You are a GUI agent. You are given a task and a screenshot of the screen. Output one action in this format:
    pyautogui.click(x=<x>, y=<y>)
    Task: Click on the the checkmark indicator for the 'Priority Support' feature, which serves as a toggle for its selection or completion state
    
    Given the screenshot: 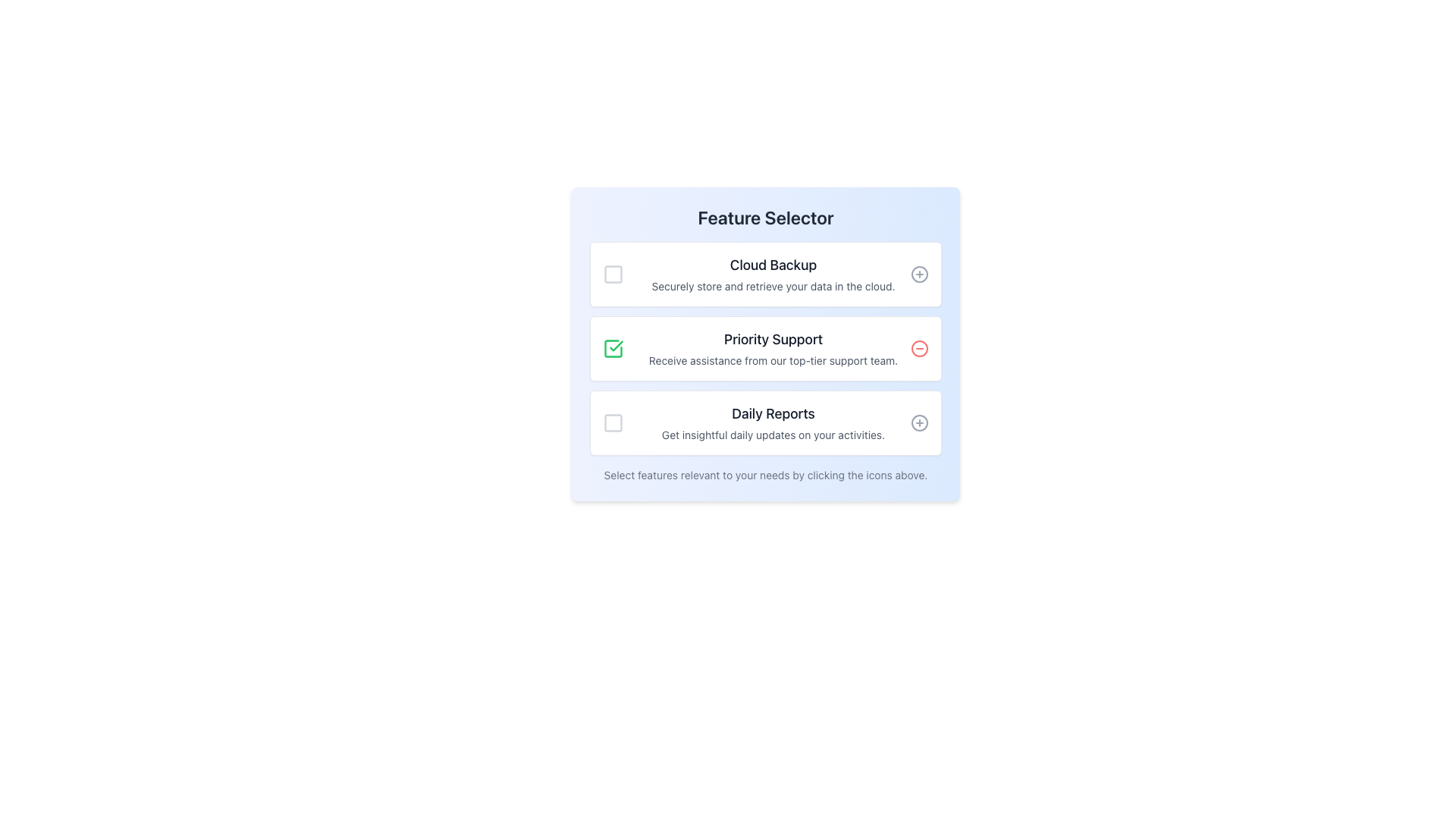 What is the action you would take?
    pyautogui.click(x=617, y=346)
    